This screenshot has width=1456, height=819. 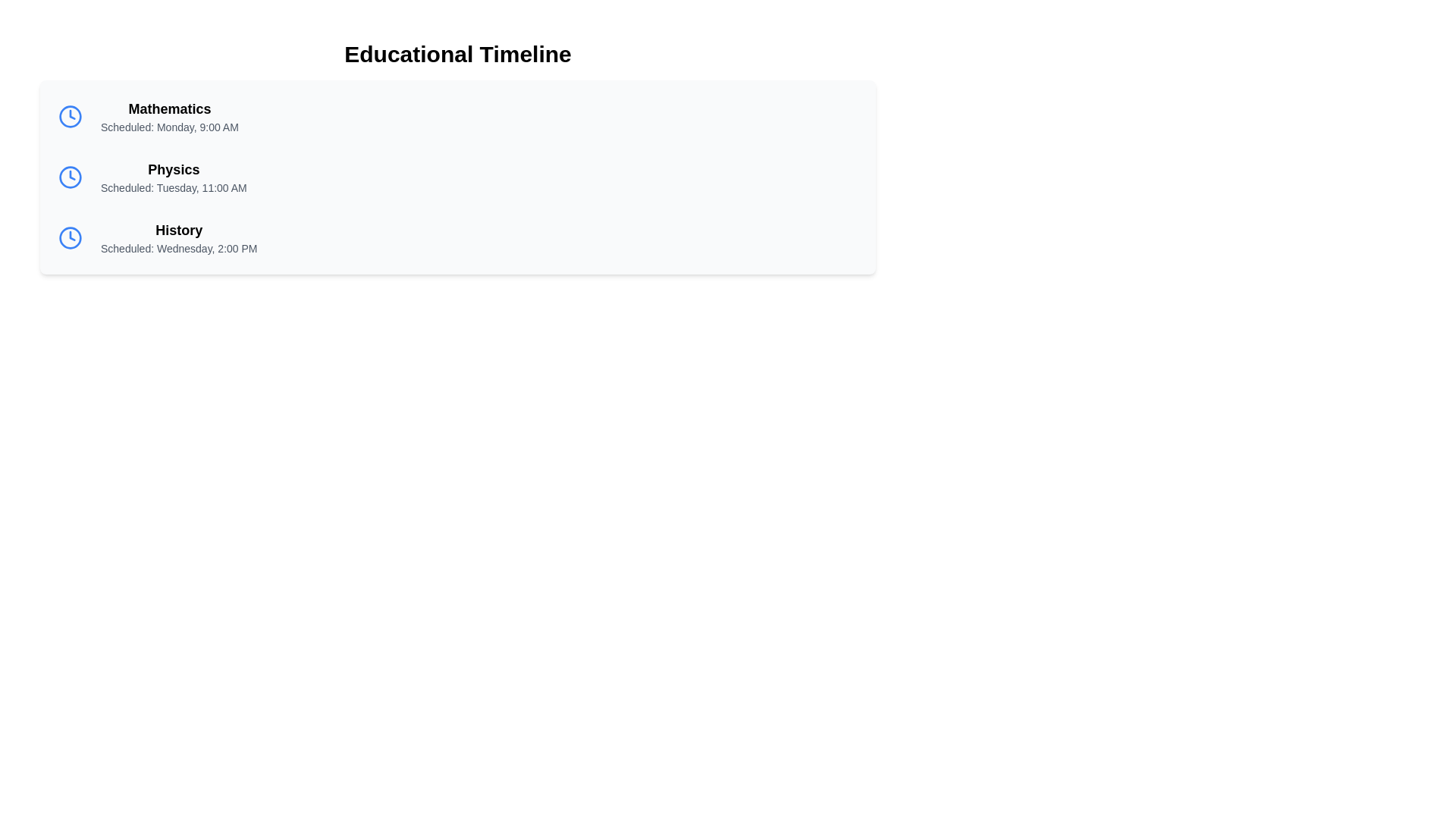 I want to click on the small triangular indicator within the circular icon located to the left of the 'Physics' timeline event, which is the second circular icon from the top, so click(x=71, y=174).